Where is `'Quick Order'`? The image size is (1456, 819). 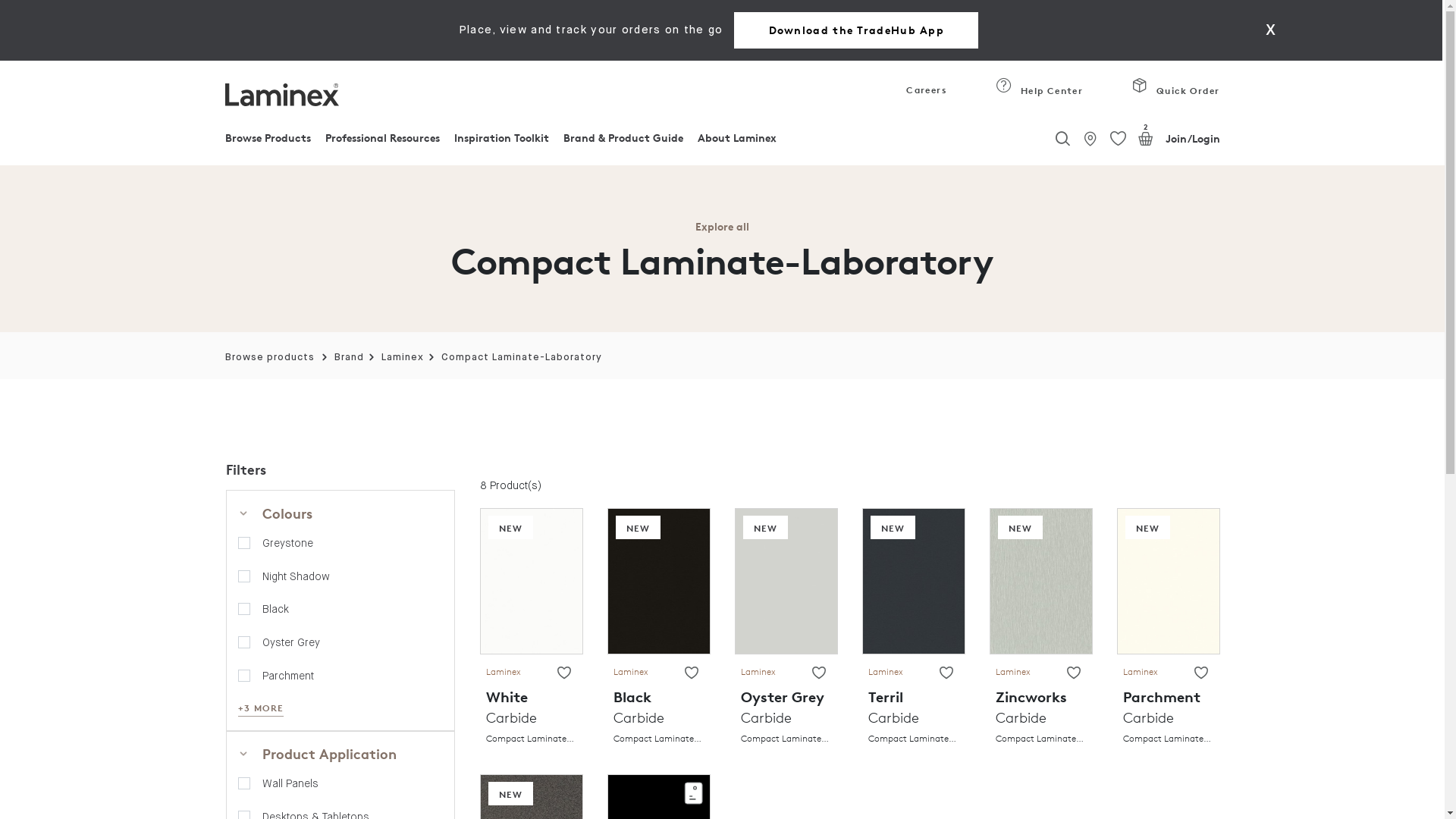
'Quick Order' is located at coordinates (1131, 94).